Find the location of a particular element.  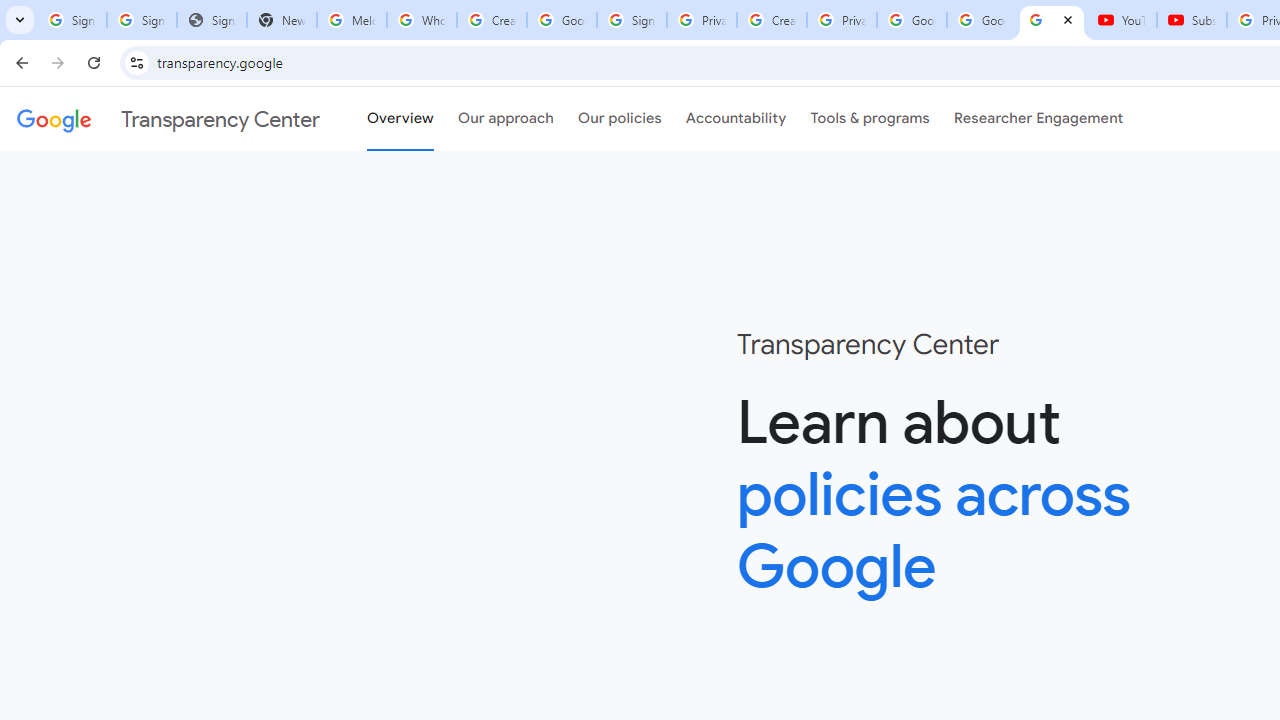

'Create your Google Account' is located at coordinates (492, 20).